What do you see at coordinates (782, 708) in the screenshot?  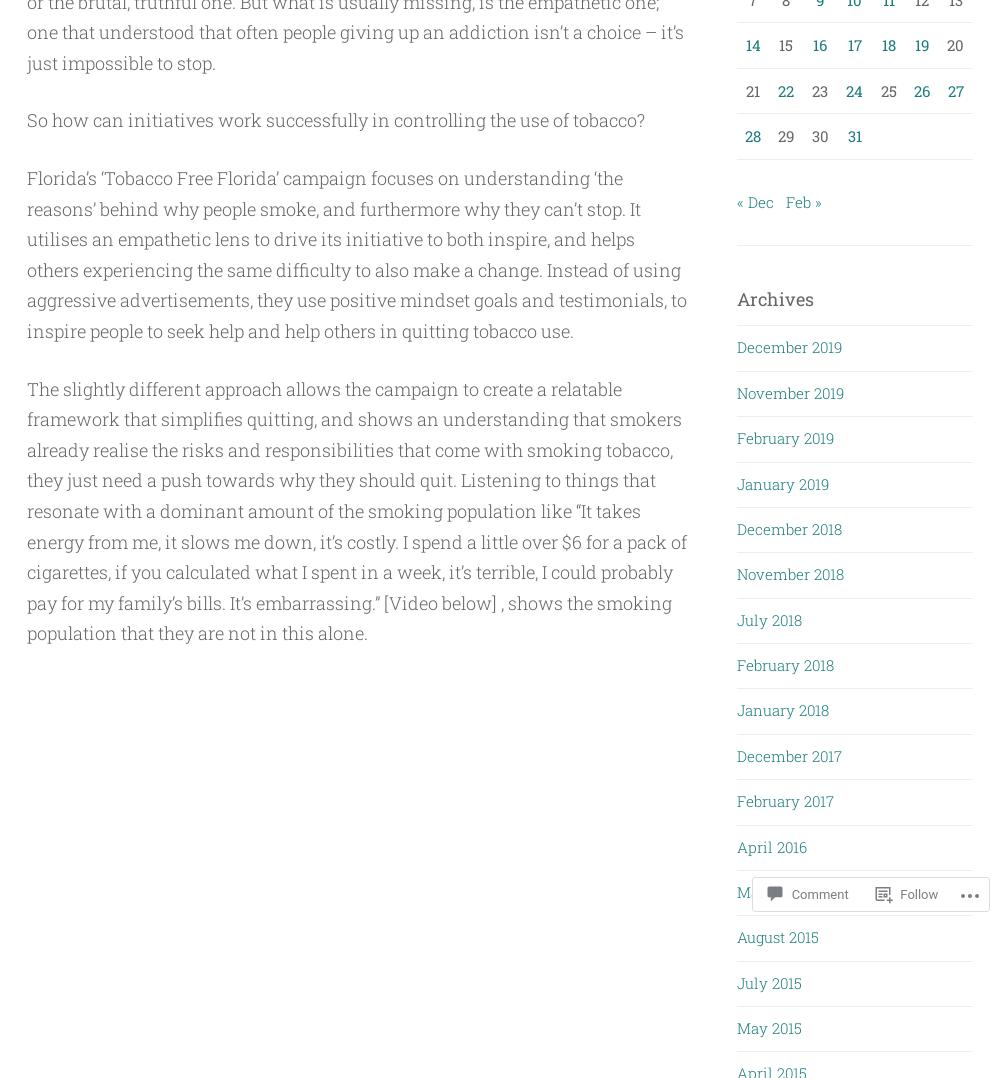 I see `'January 2018'` at bounding box center [782, 708].